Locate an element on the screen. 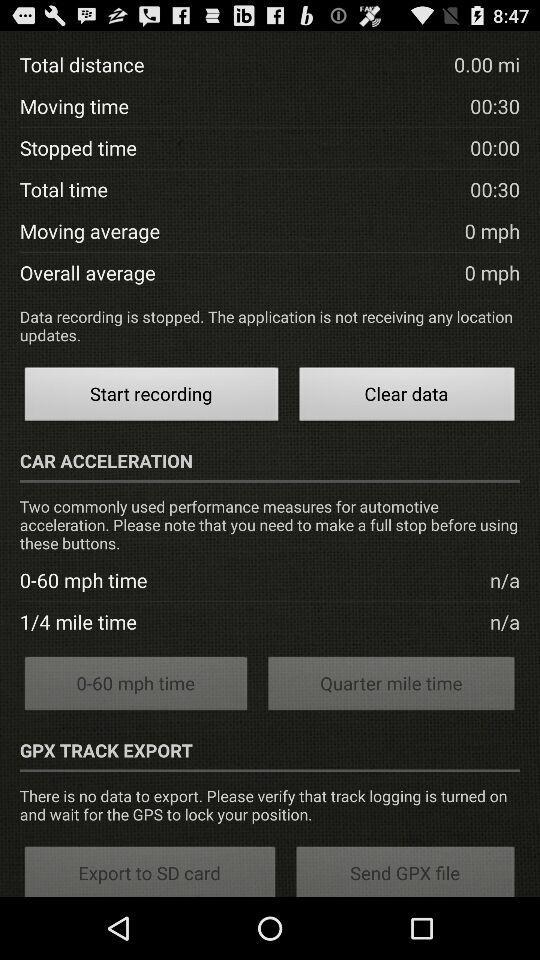 This screenshot has height=960, width=540. clear data button is located at coordinates (406, 396).